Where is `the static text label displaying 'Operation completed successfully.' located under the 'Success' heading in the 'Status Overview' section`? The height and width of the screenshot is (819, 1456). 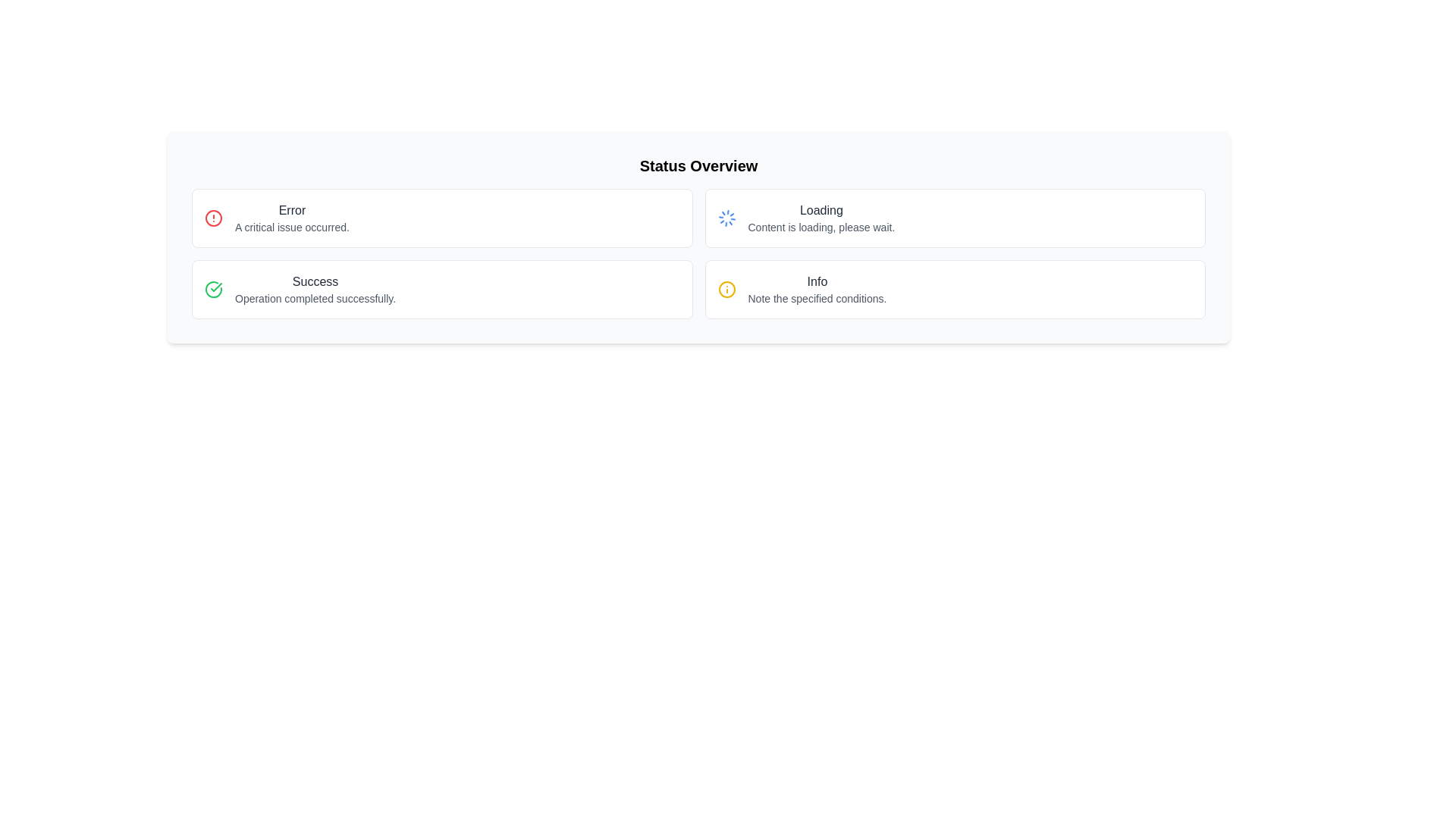 the static text label displaying 'Operation completed successfully.' located under the 'Success' heading in the 'Status Overview' section is located at coordinates (315, 298).